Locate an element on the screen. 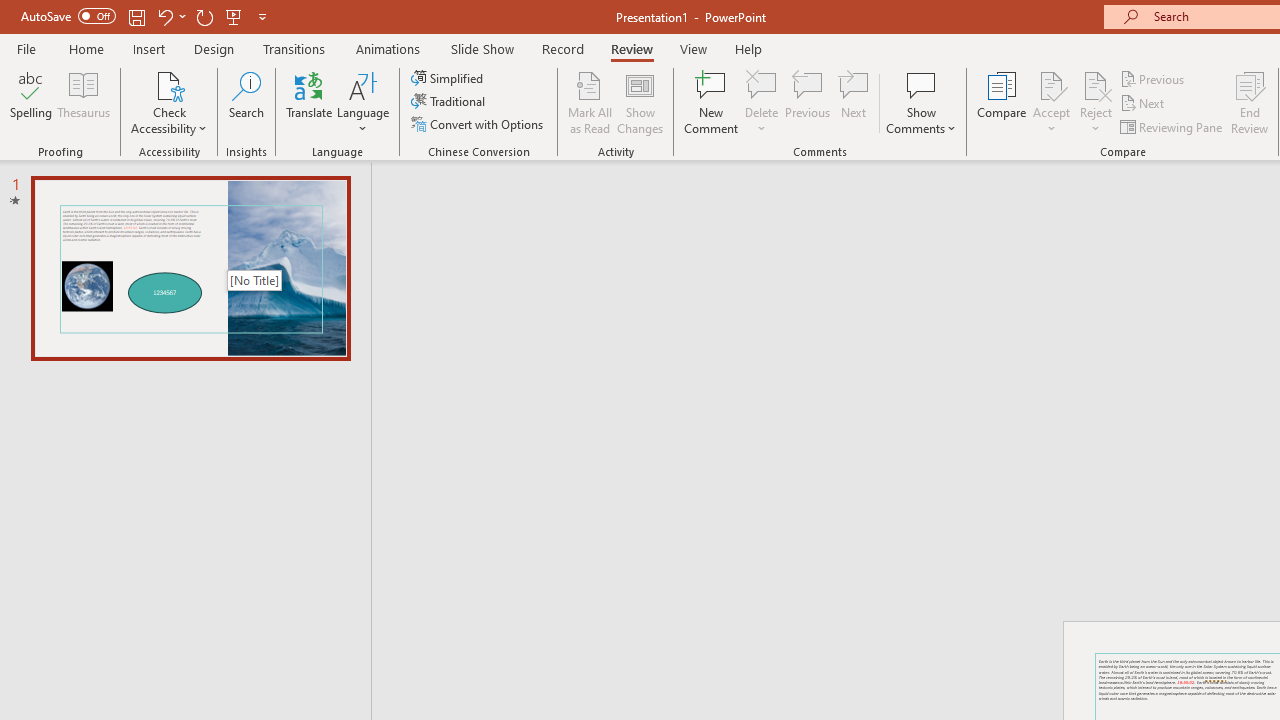  'Simplified' is located at coordinates (448, 77).